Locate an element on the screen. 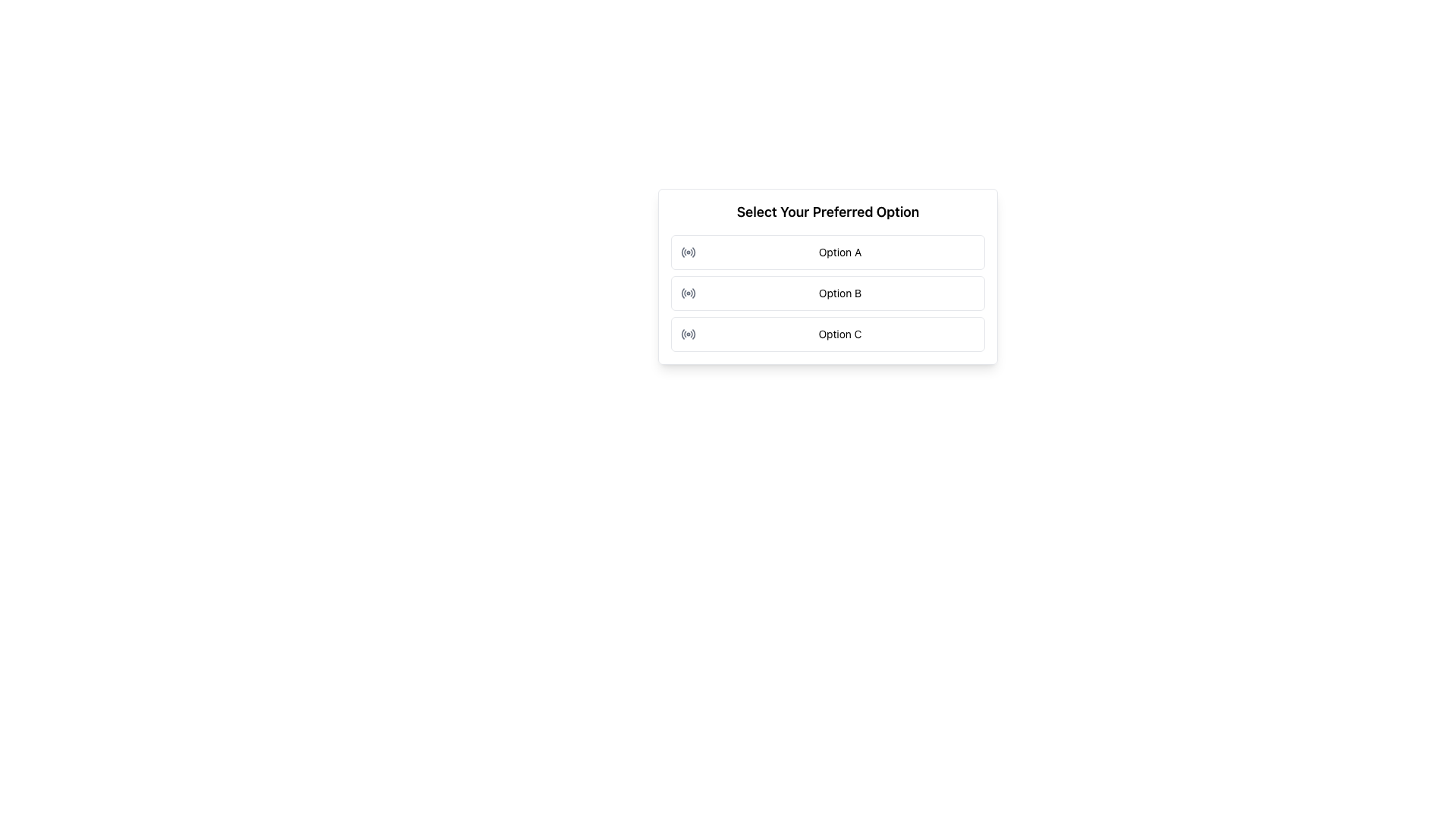 The image size is (1456, 819). the button labeled 'Option C', which is the third item in a vertically stacked list of options is located at coordinates (827, 333).